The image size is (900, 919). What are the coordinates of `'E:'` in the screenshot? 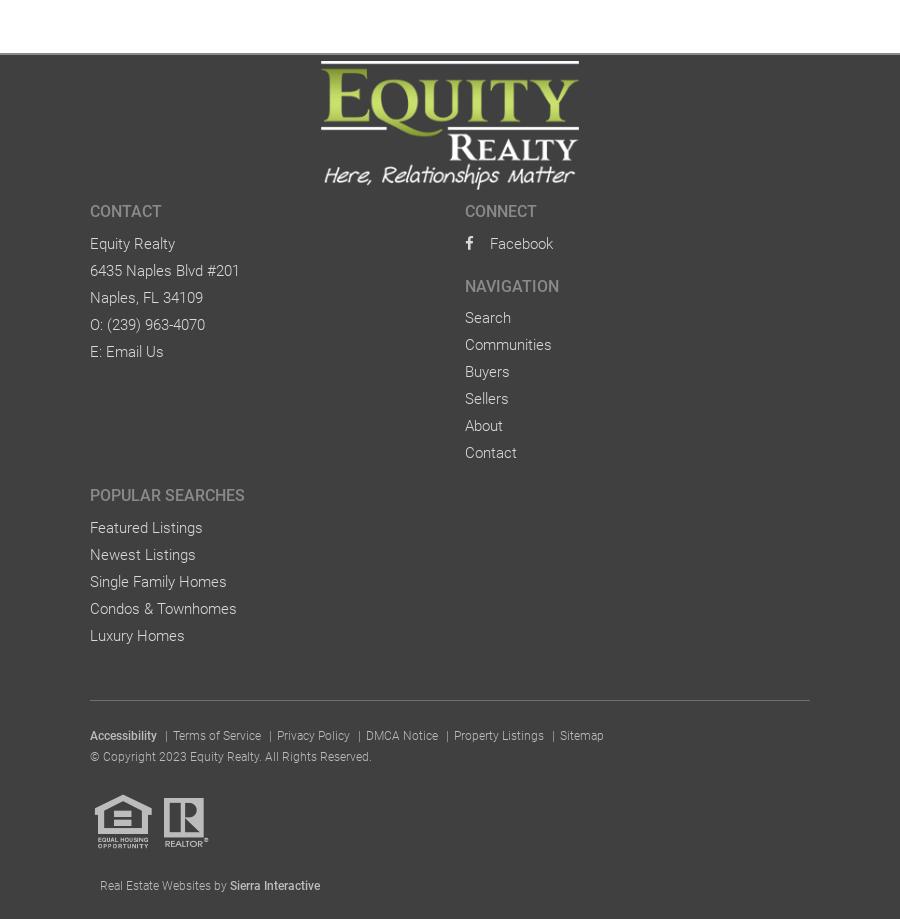 It's located at (97, 349).